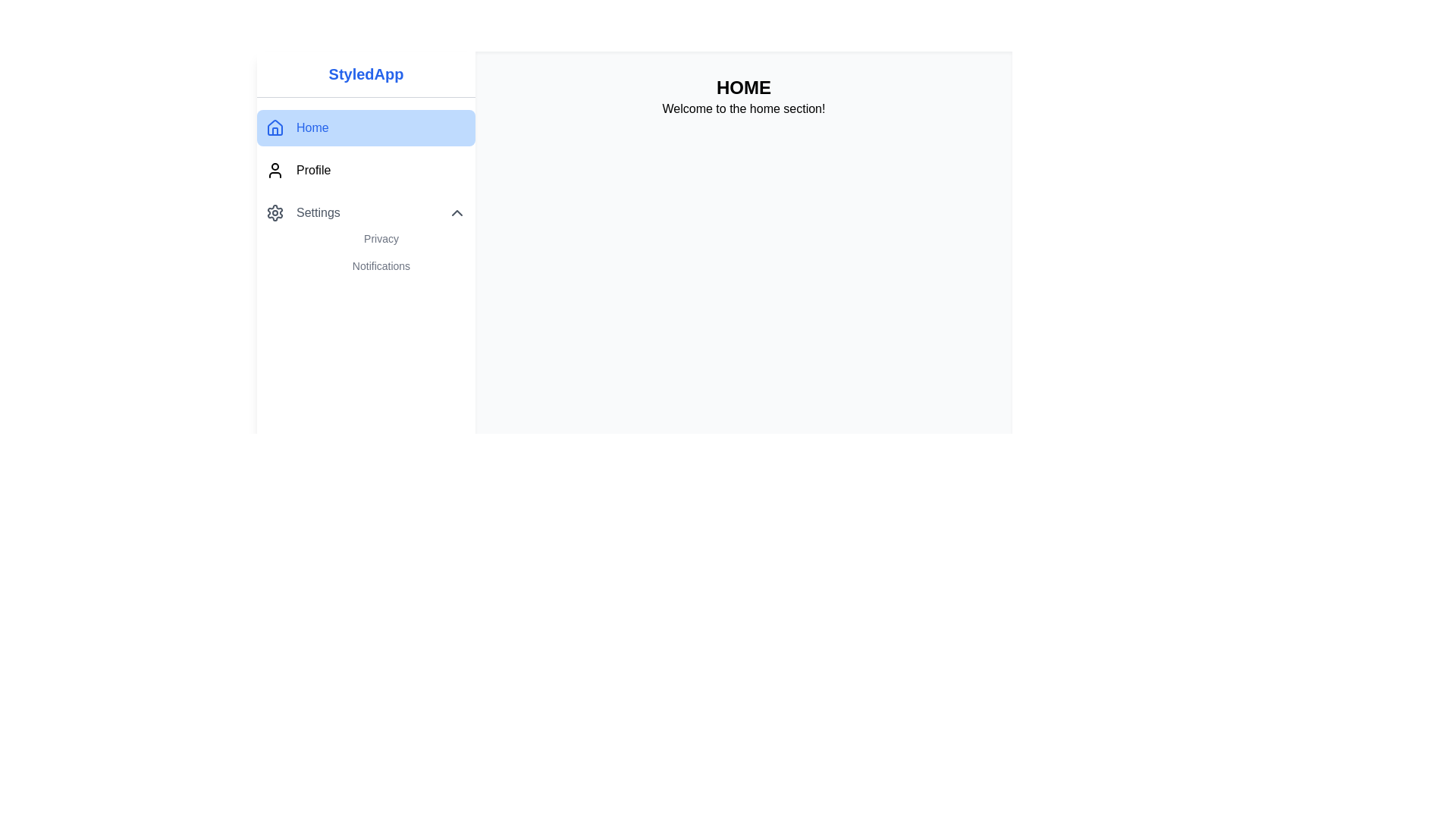 Image resolution: width=1456 pixels, height=819 pixels. I want to click on the navigational text label located in the left navigation panel beneath the 'Profile' option, so click(317, 213).